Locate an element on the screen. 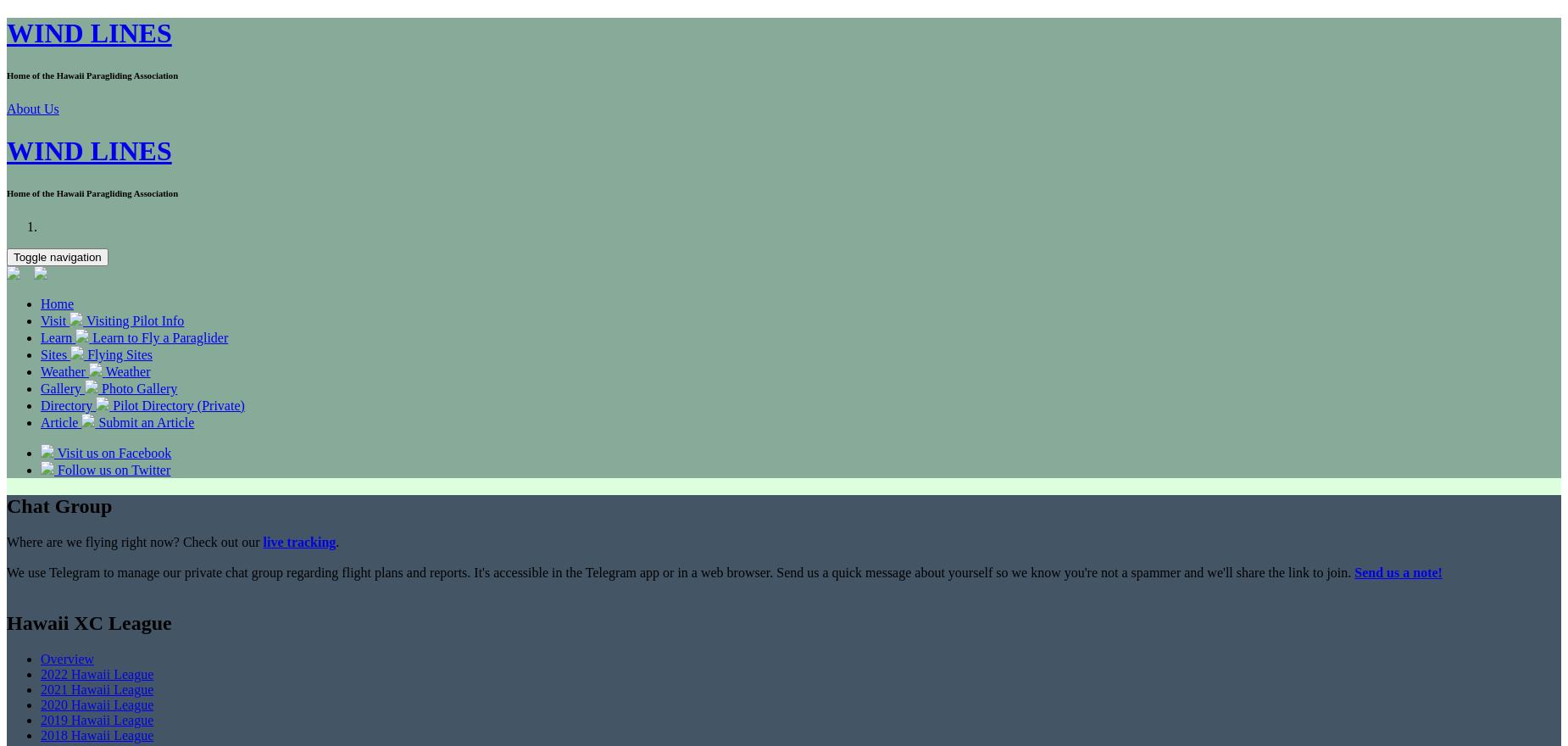 Image resolution: width=1568 pixels, height=746 pixels. 'About Us' is located at coordinates (31, 109).